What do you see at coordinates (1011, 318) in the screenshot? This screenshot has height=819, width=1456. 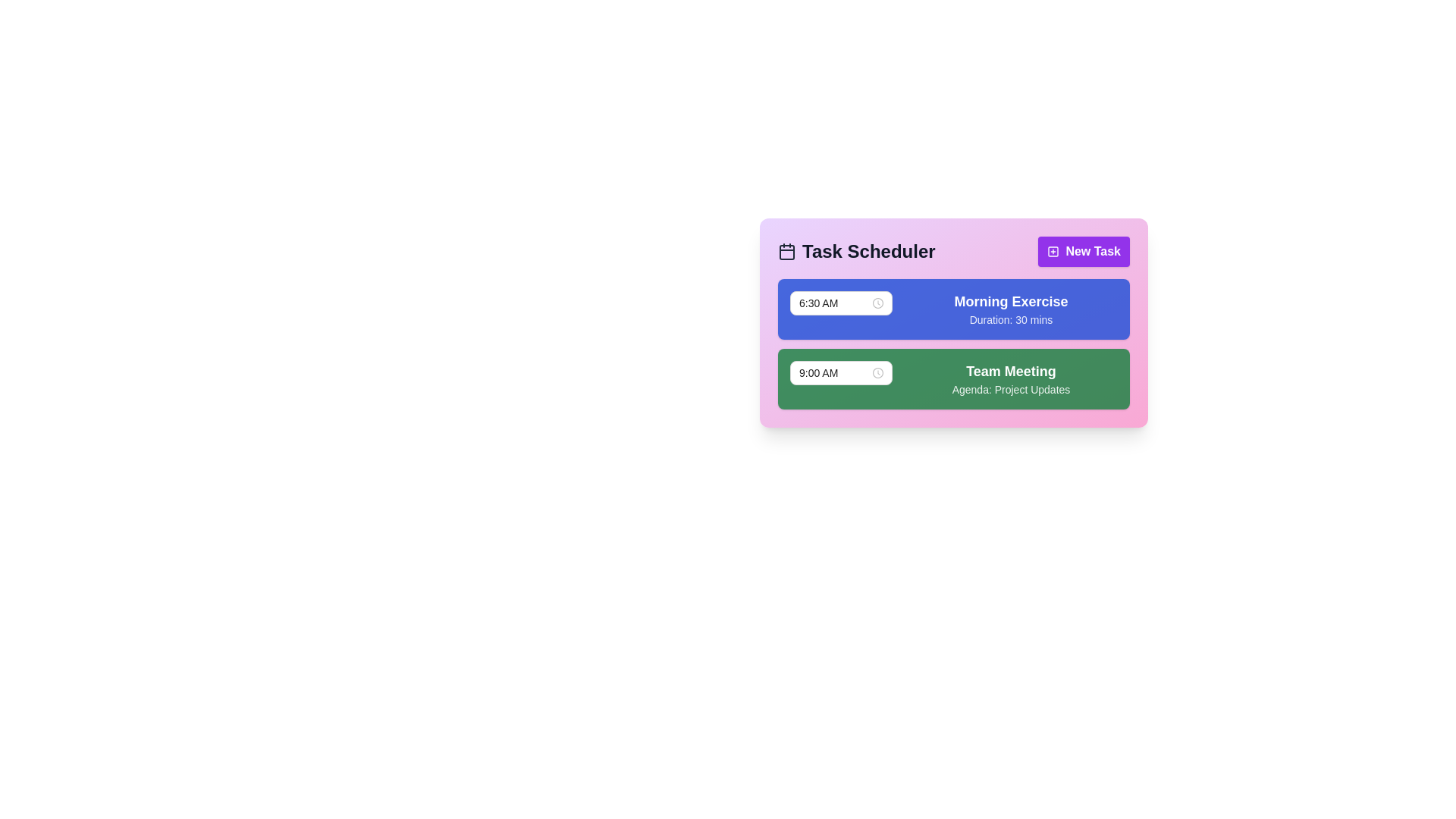 I see `the static text displaying the duration of the task, which is located below 'Morning Exercise' in the task card` at bounding box center [1011, 318].